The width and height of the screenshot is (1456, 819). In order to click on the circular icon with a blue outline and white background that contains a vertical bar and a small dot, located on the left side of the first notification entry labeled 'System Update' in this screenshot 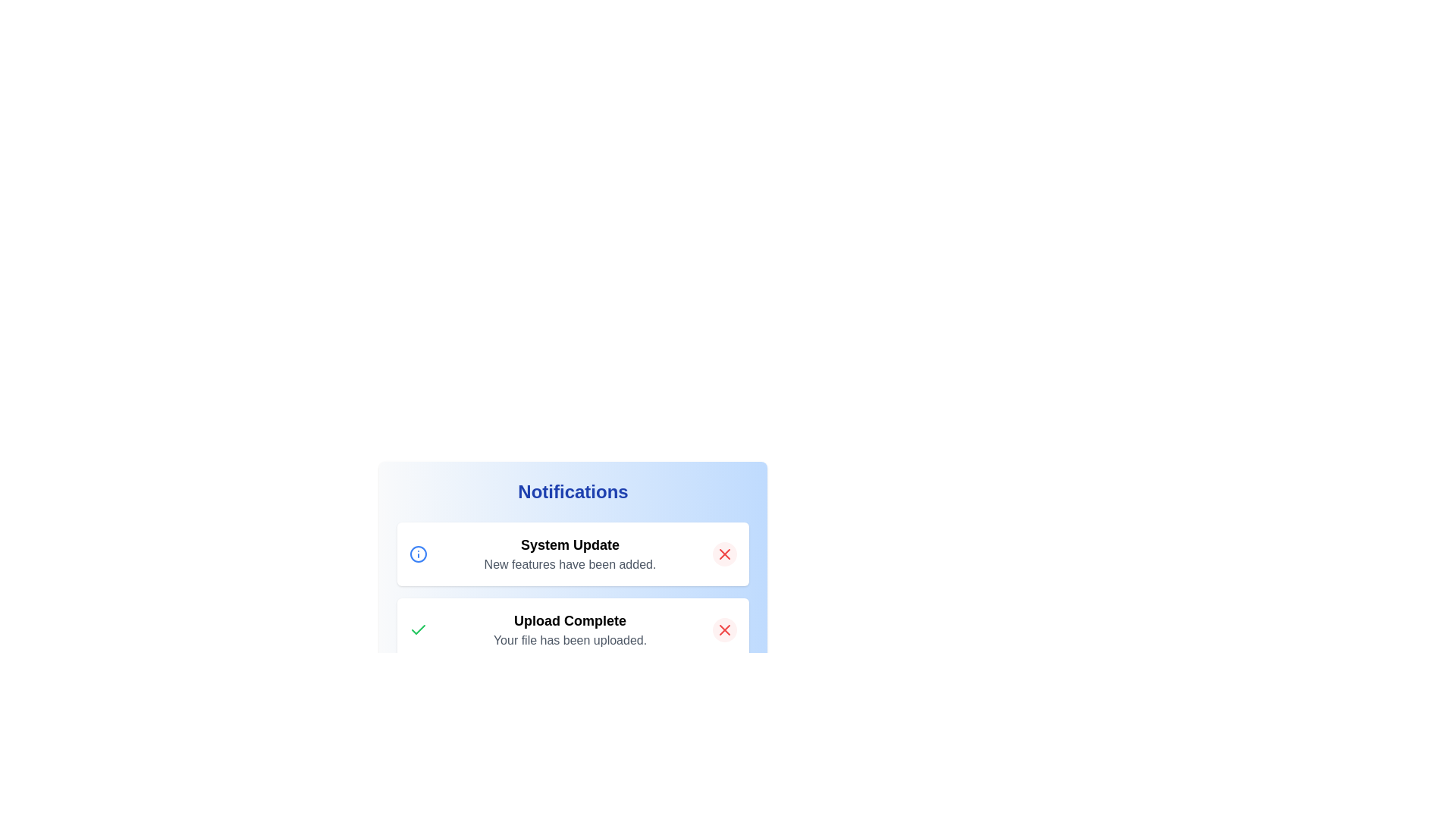, I will do `click(419, 554)`.